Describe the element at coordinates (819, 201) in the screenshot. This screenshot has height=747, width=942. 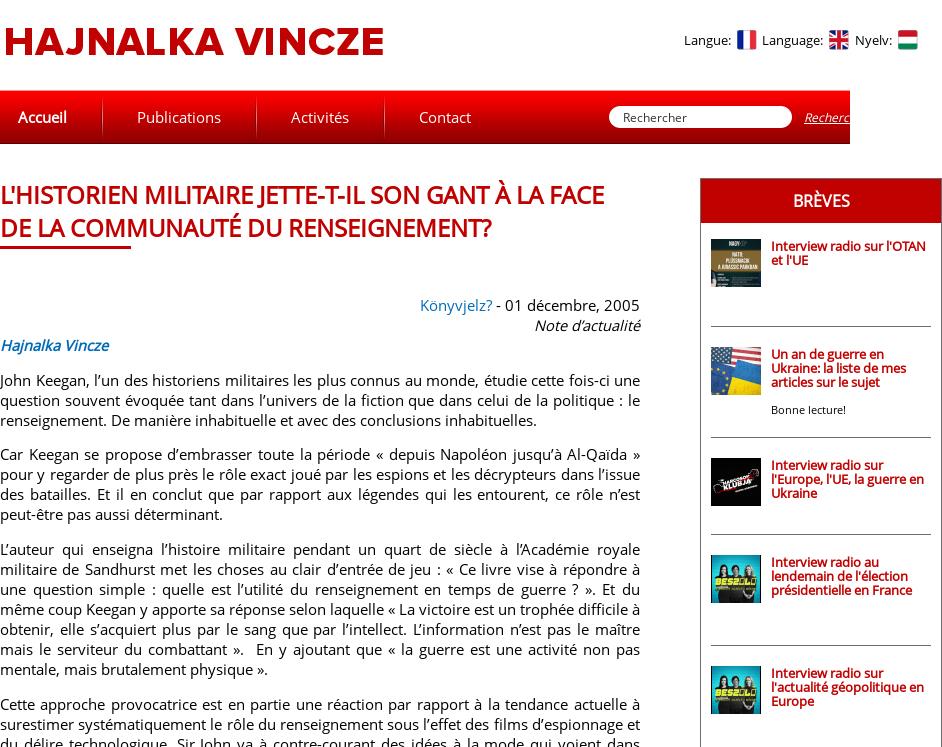
I see `'Brèves'` at that location.